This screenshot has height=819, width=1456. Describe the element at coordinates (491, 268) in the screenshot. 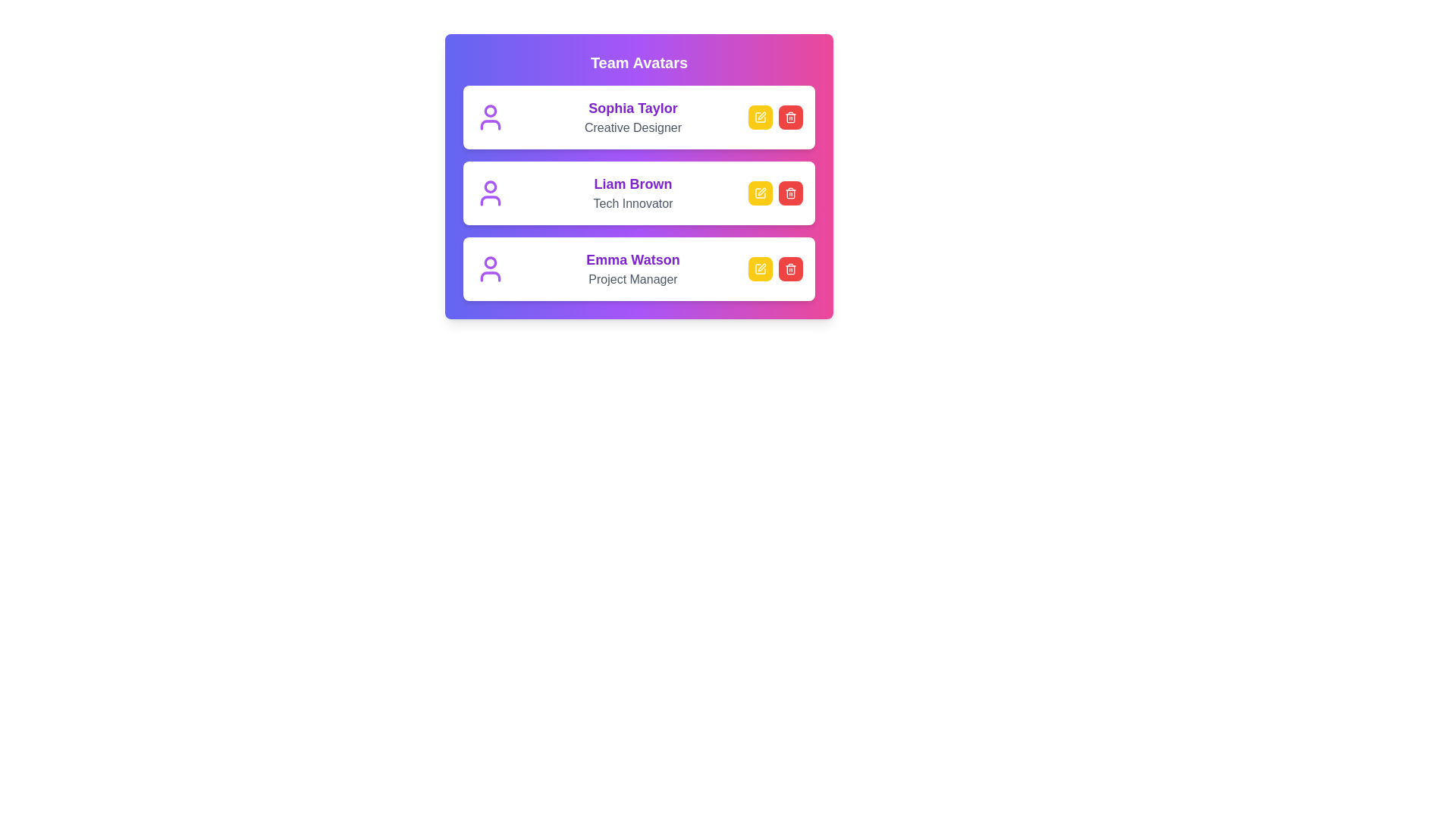

I see `the user icon representing Emma Watson, located in the third row of the vertical list of team avatars, aligned to the far left of the row` at that location.